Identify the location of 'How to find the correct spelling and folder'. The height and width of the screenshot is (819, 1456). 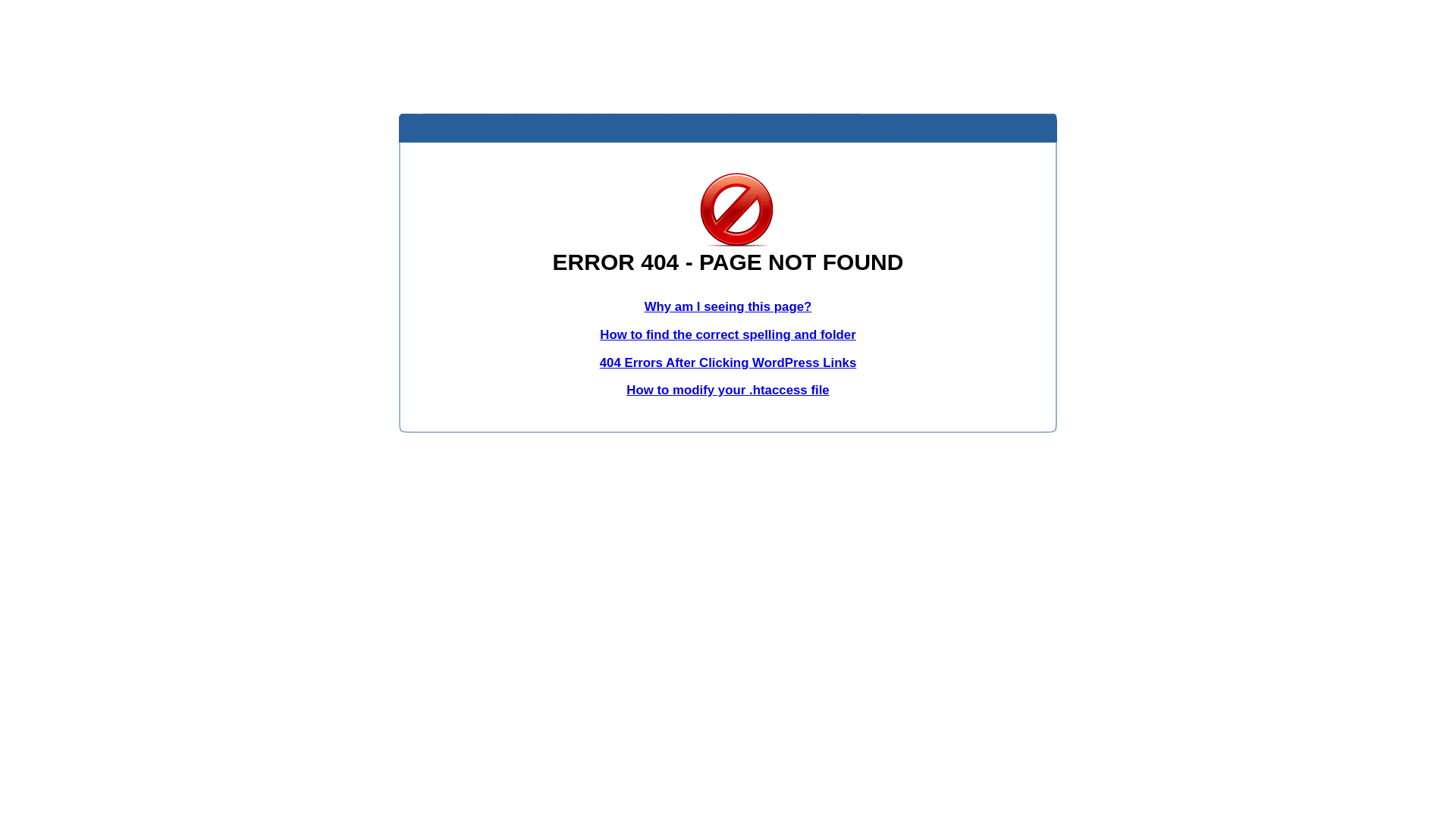
(728, 334).